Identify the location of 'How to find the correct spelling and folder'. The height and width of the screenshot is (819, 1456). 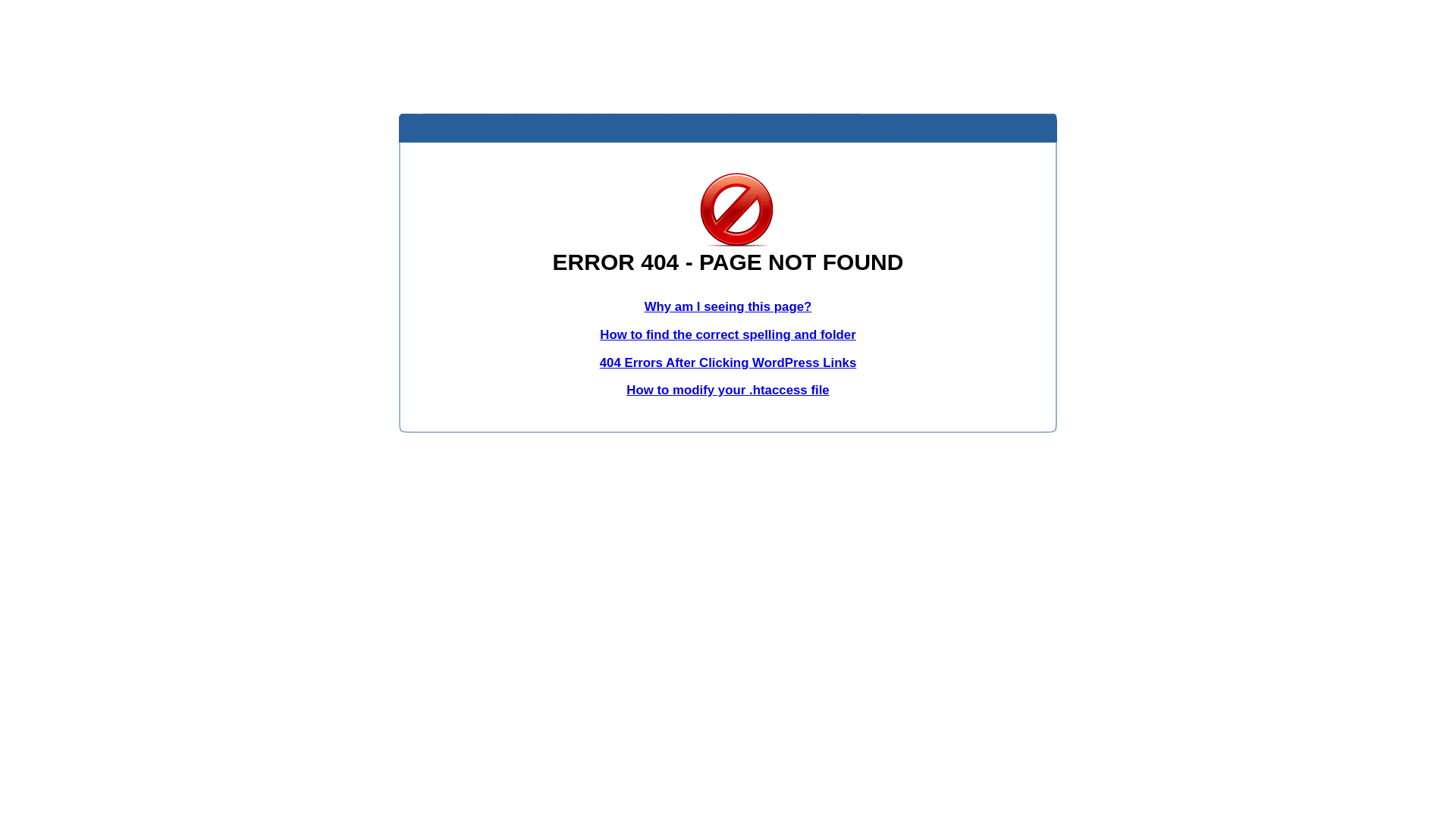
(728, 334).